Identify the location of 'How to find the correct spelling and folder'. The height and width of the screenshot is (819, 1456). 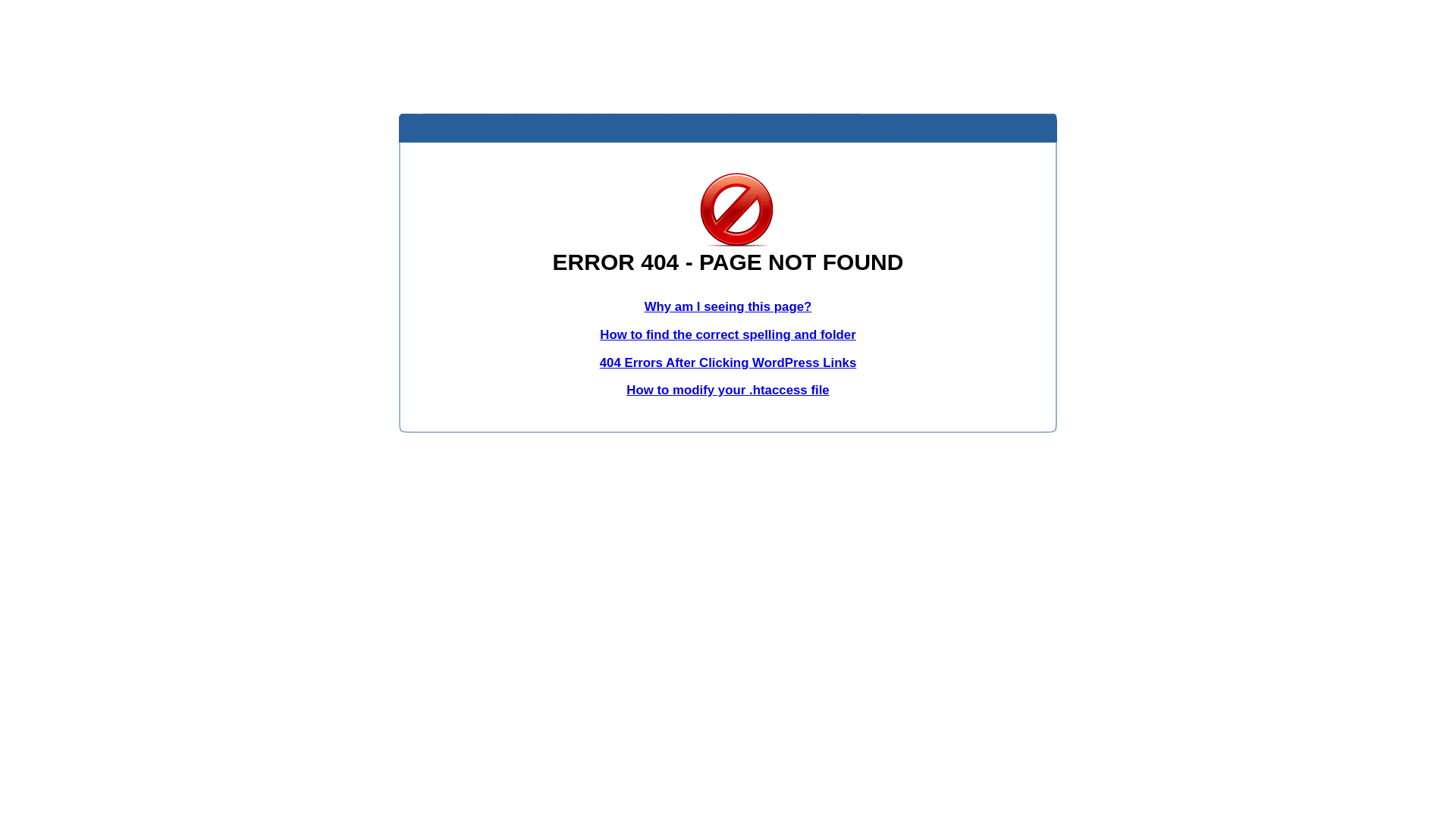
(728, 334).